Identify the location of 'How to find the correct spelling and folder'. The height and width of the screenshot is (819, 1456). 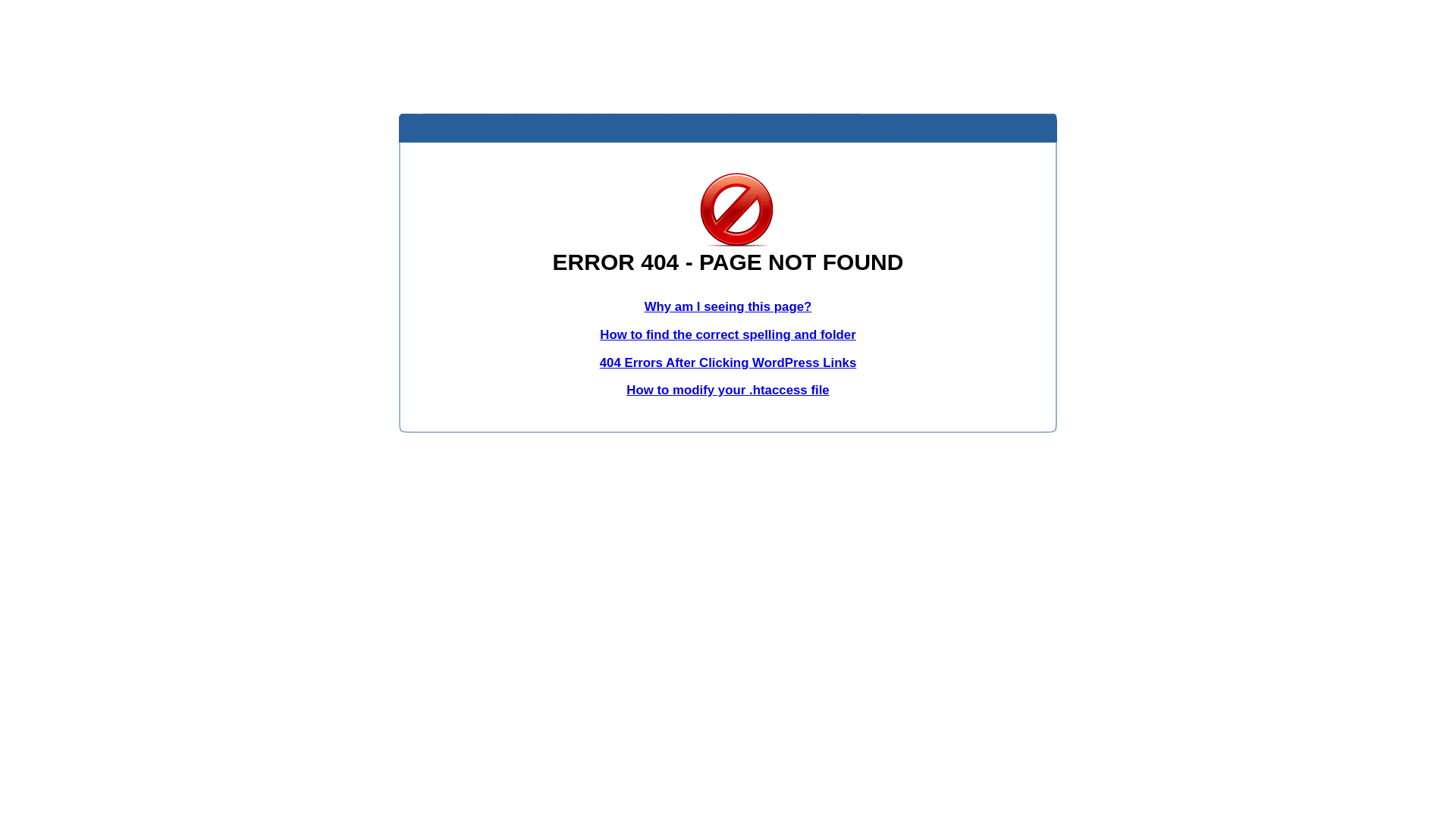
(728, 334).